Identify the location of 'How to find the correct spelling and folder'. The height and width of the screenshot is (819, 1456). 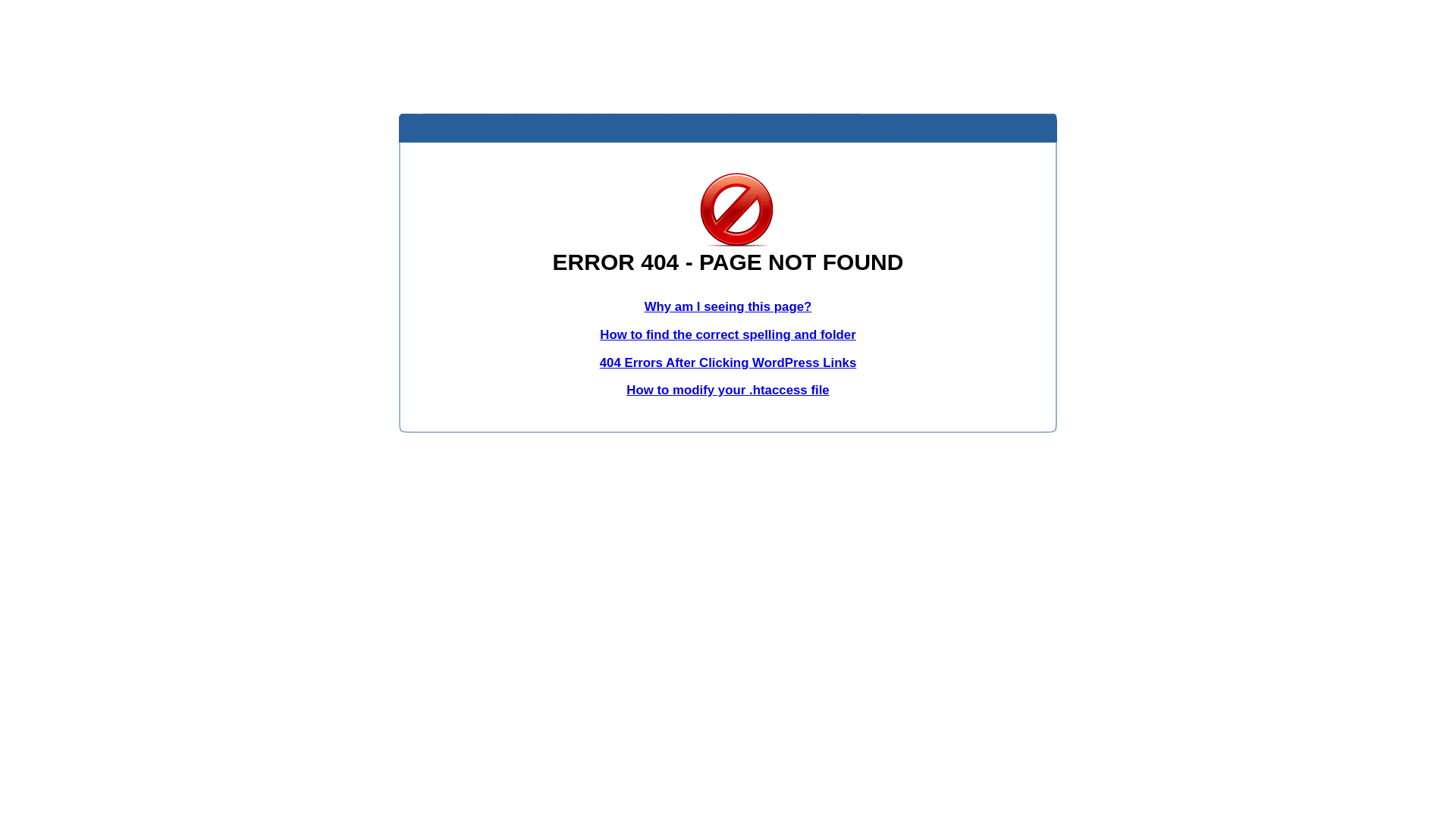
(728, 334).